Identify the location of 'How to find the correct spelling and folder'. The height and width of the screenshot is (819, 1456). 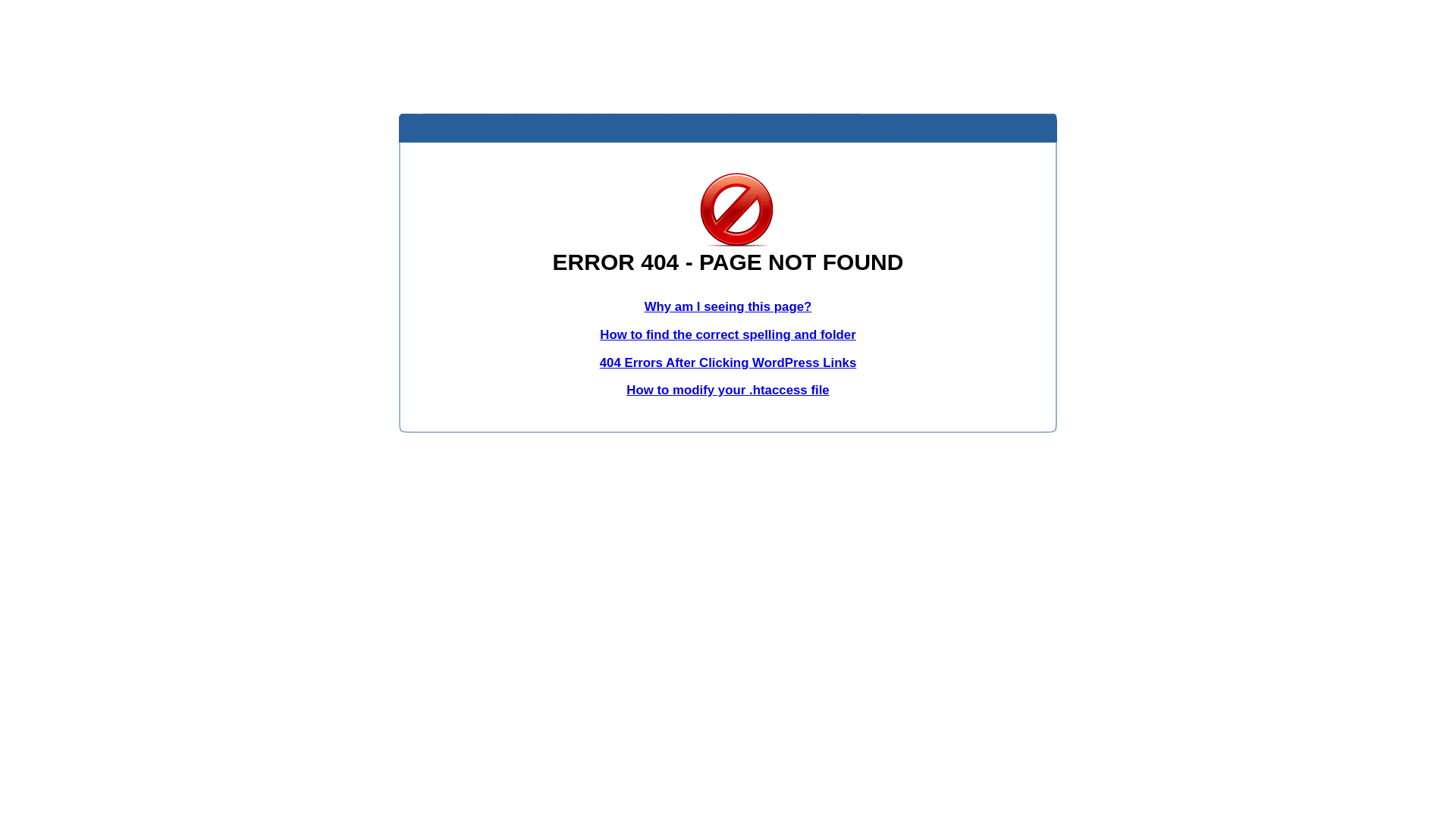
(728, 334).